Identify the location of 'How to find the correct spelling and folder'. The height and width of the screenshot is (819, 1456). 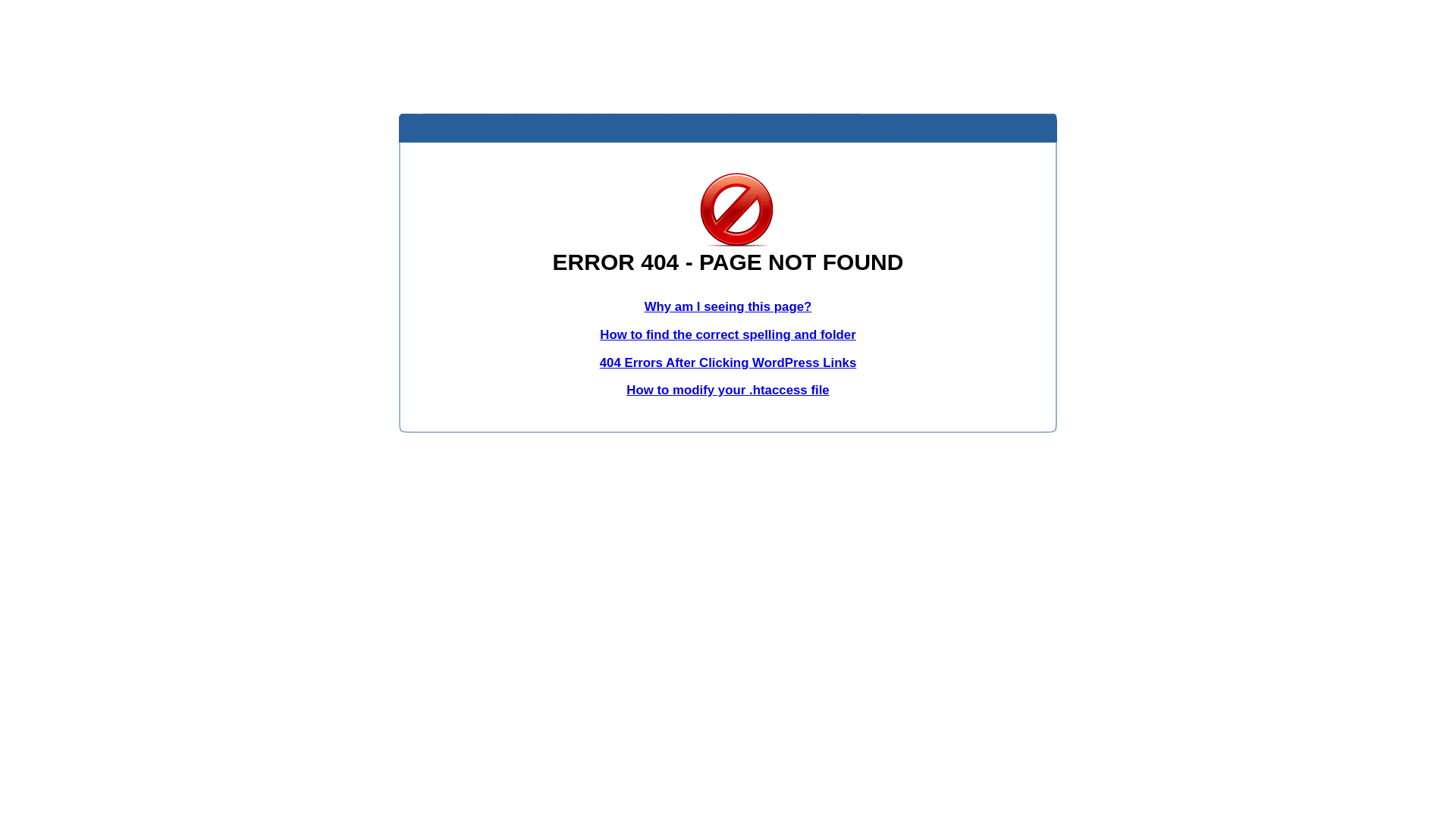
(728, 334).